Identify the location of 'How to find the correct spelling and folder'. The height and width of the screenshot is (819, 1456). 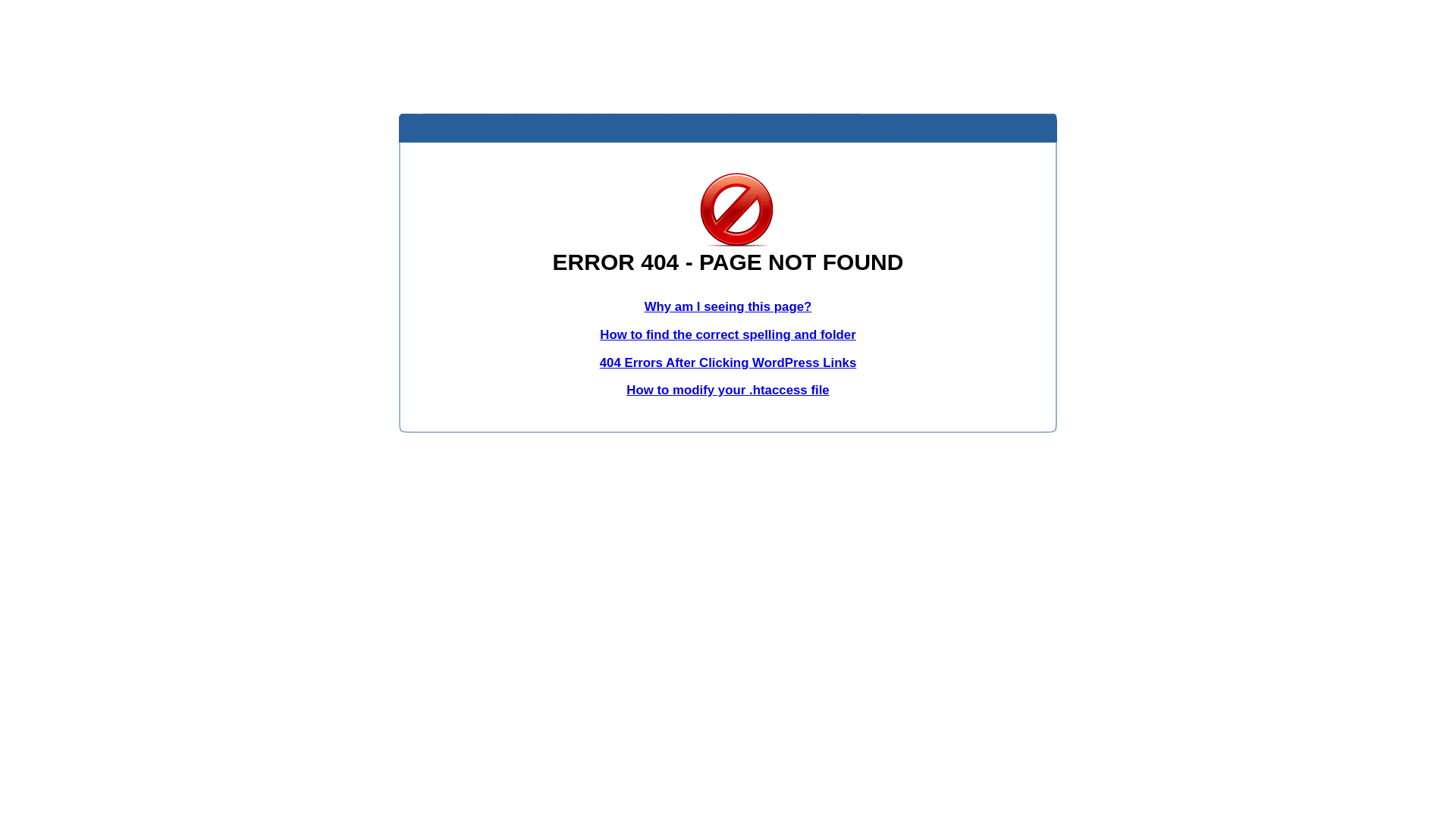
(728, 334).